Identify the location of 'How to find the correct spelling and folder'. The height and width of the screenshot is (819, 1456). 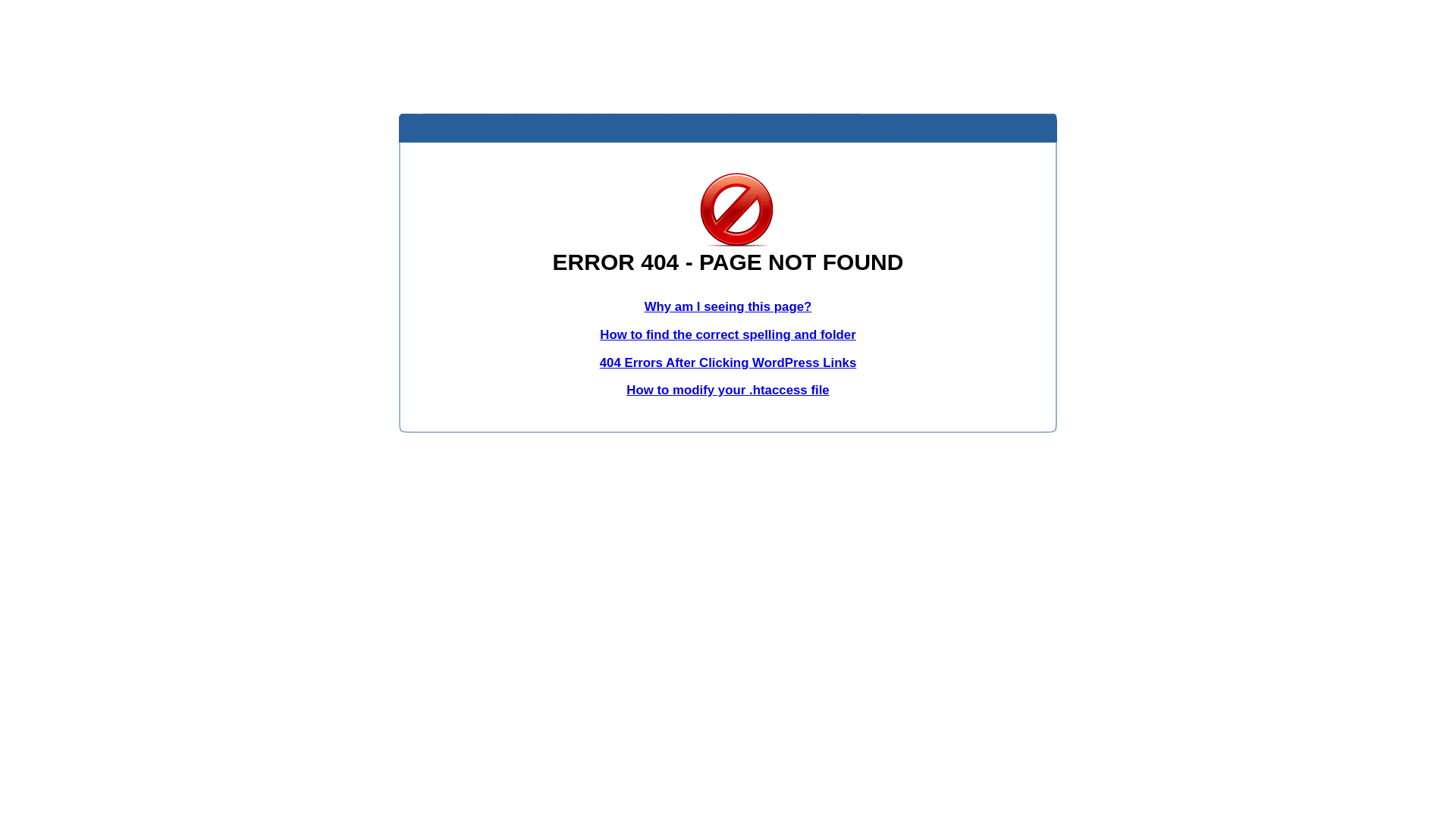
(728, 334).